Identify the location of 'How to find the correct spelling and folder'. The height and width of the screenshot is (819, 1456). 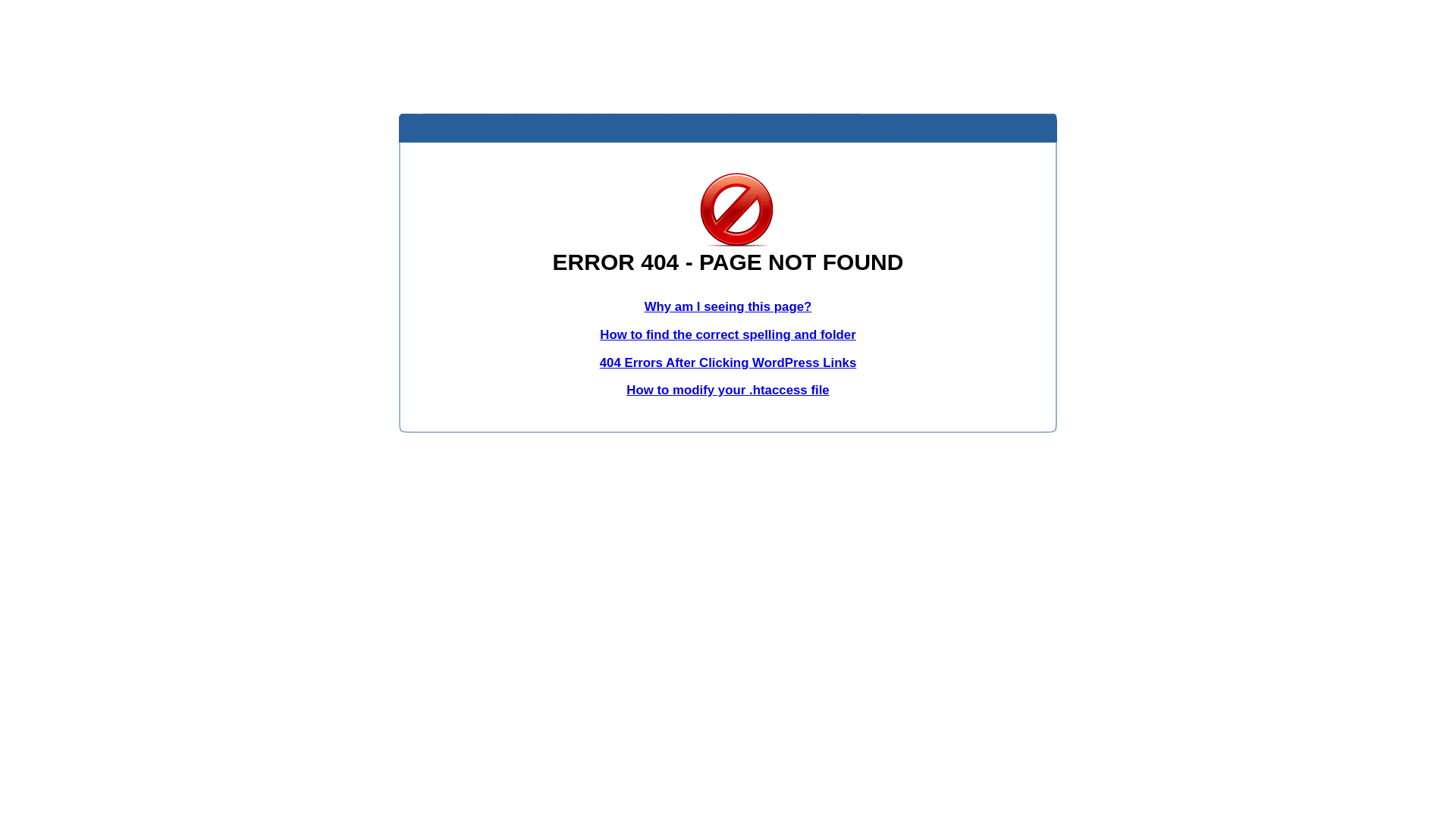
(728, 334).